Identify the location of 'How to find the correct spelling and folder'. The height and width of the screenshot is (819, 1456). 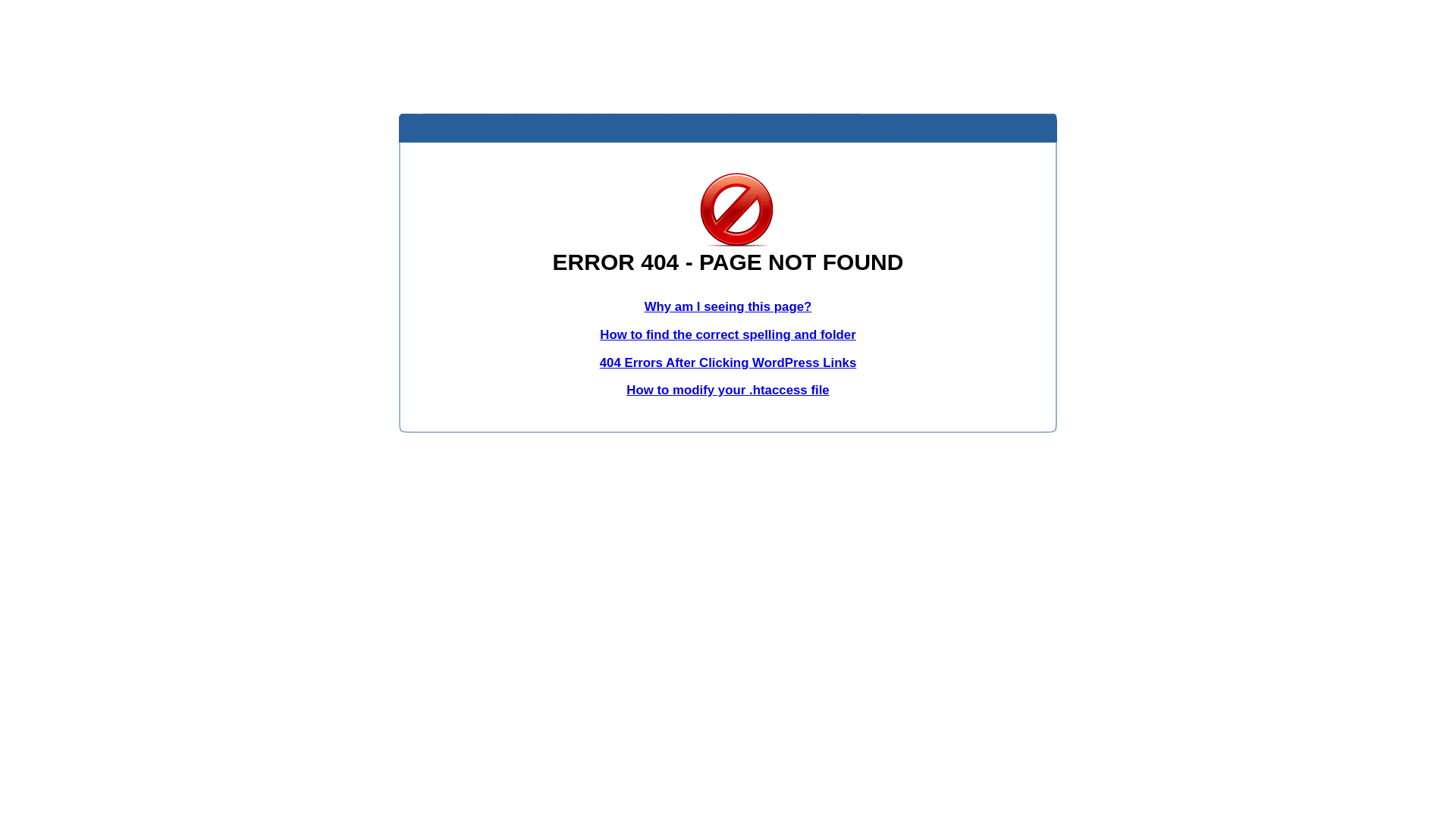
(728, 334).